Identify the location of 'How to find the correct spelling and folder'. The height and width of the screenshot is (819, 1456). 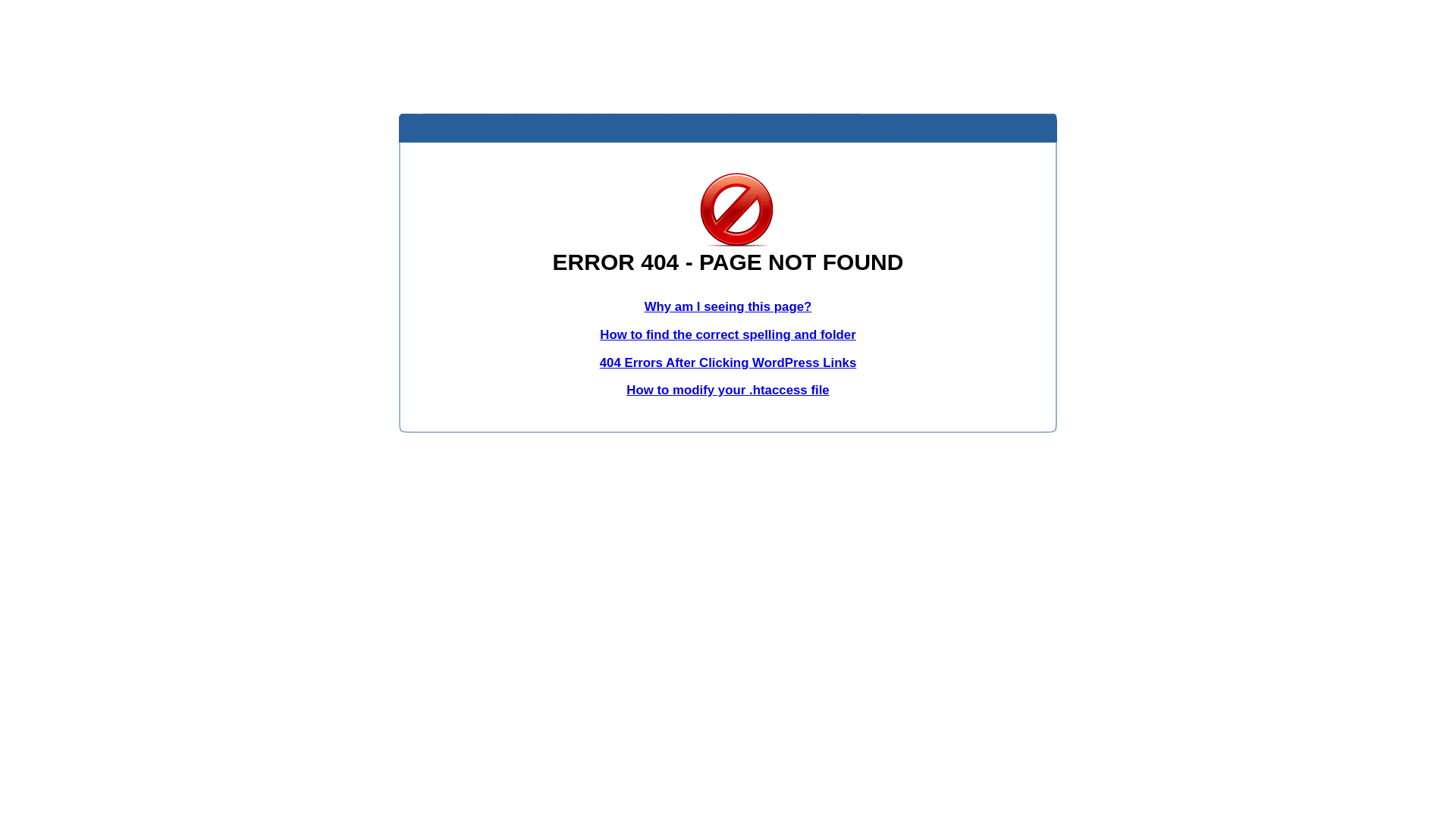
(728, 334).